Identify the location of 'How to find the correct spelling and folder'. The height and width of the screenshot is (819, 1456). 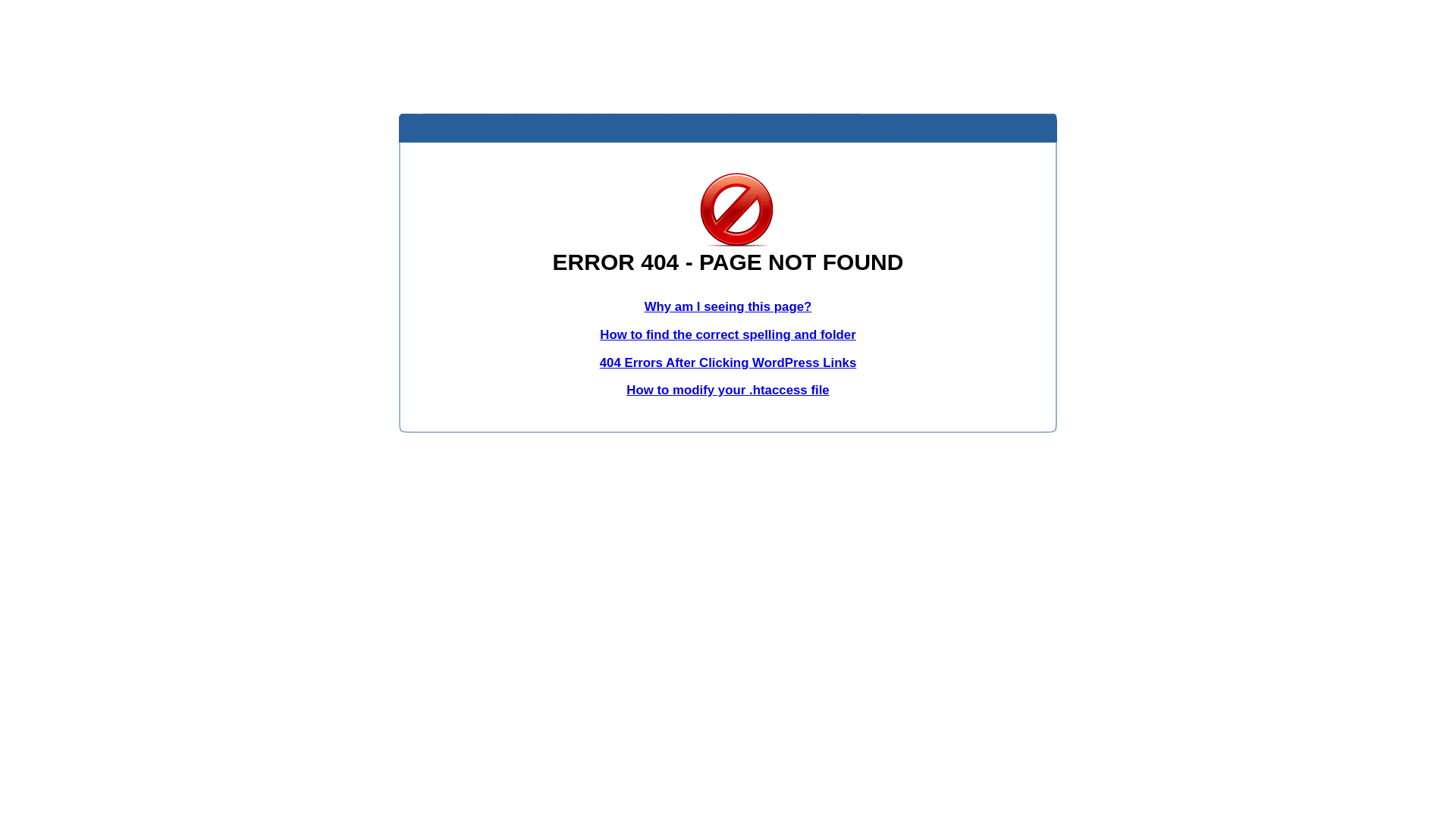
(728, 334).